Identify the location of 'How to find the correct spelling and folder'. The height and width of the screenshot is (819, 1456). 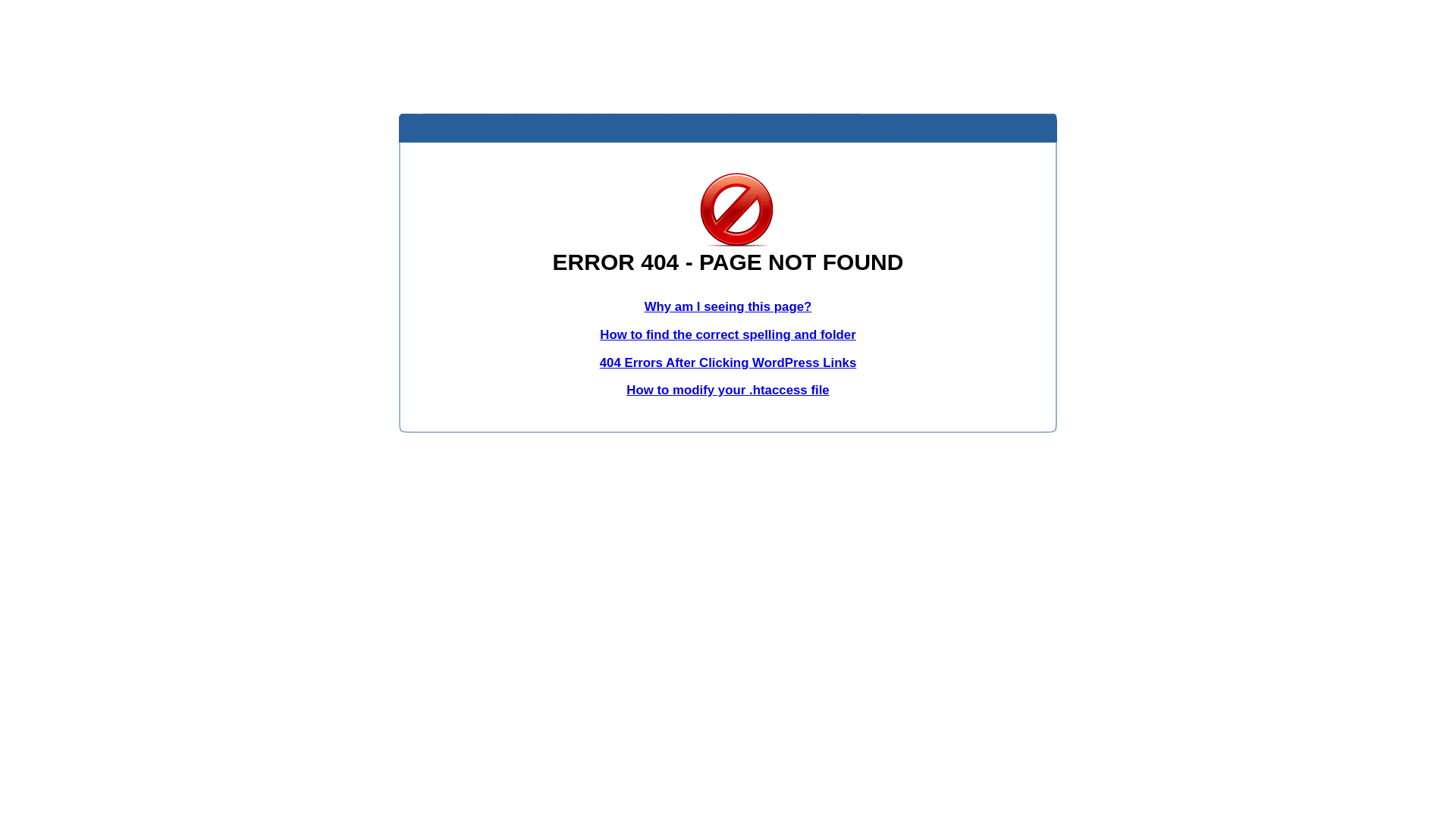
(728, 334).